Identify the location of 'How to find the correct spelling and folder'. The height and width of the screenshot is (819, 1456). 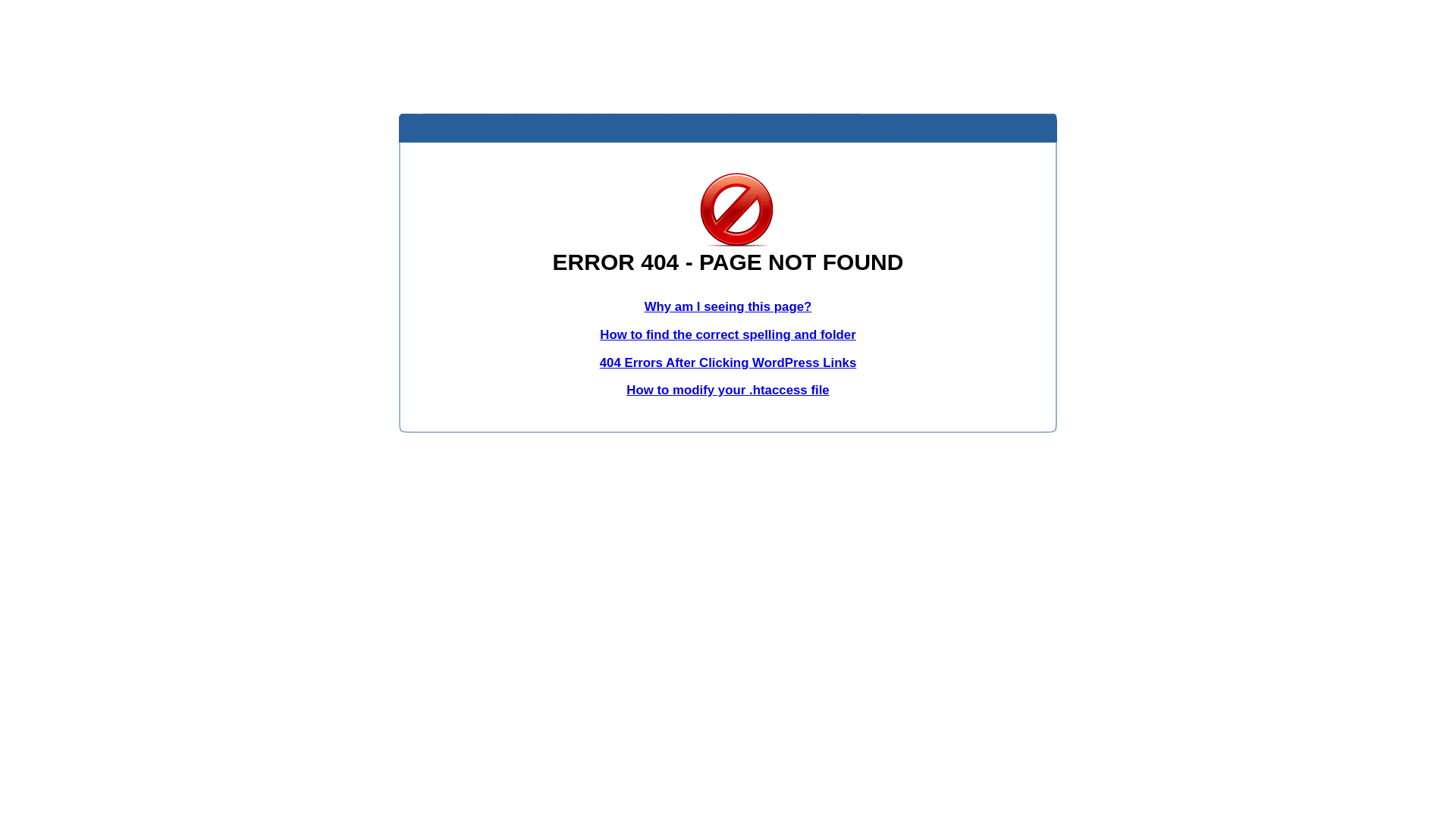
(728, 334).